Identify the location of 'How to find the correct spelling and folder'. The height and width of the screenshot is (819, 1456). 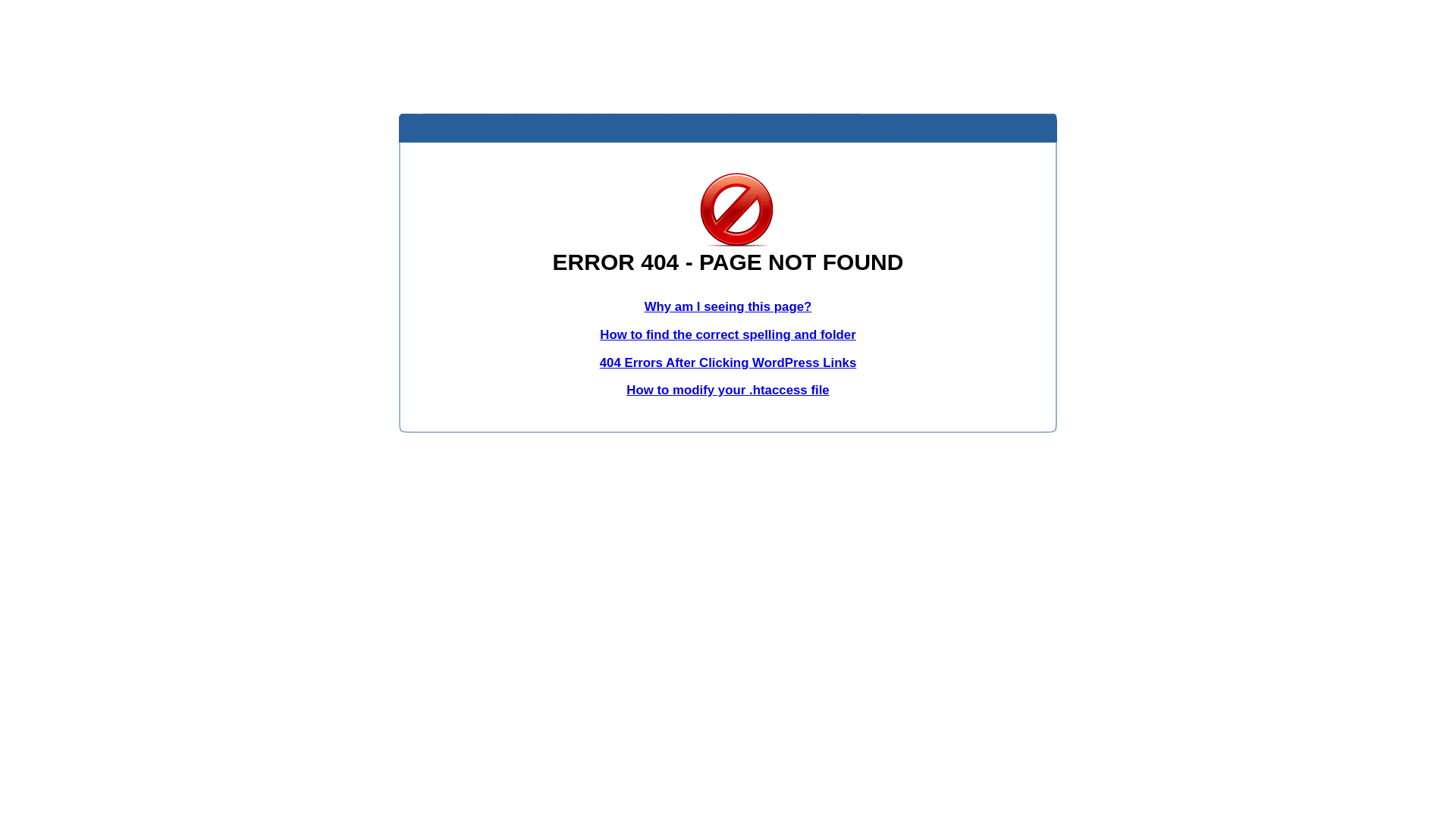
(728, 334).